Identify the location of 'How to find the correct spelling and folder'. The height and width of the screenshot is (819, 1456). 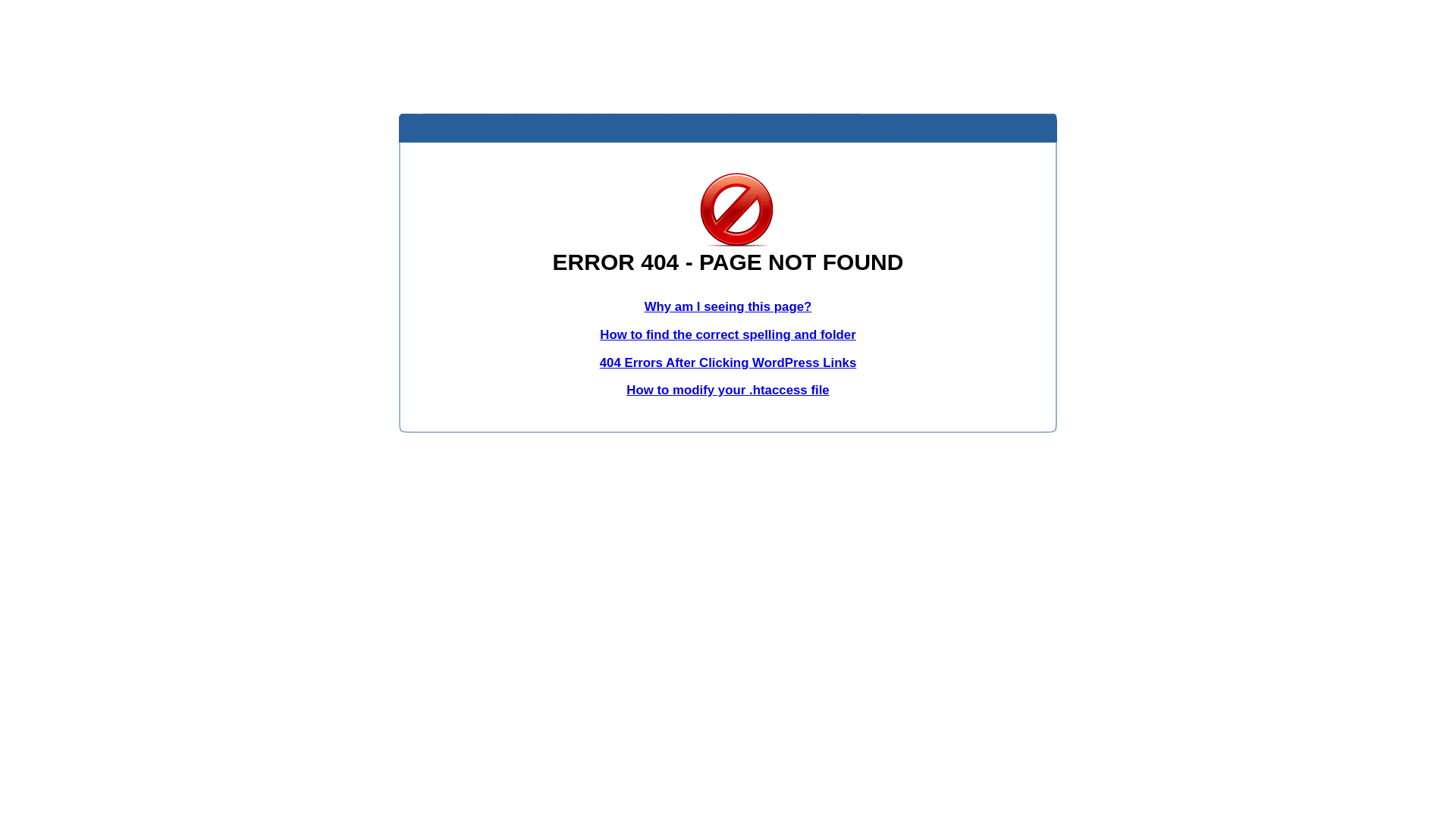
(728, 334).